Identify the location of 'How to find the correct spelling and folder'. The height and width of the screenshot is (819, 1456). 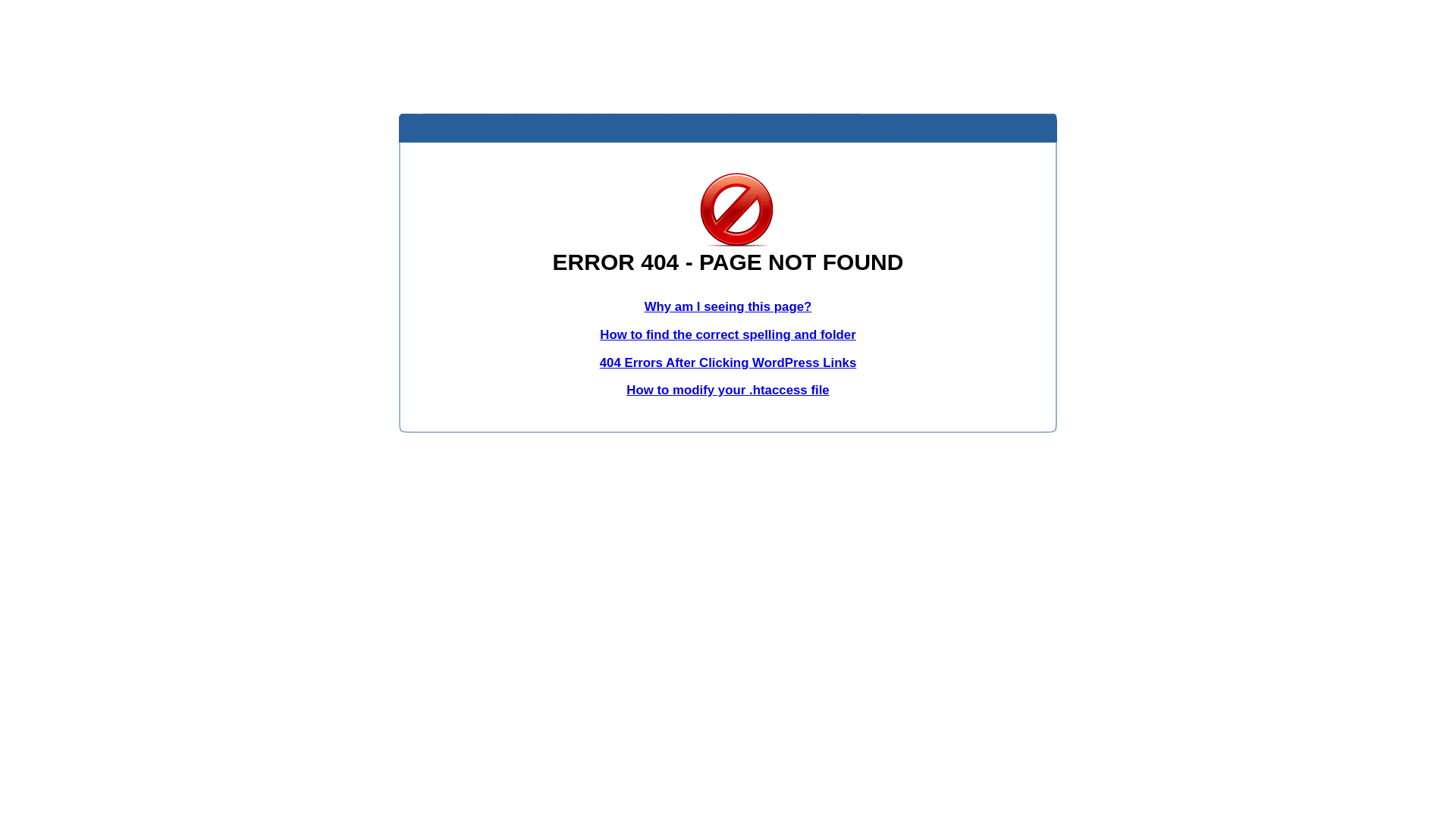
(728, 334).